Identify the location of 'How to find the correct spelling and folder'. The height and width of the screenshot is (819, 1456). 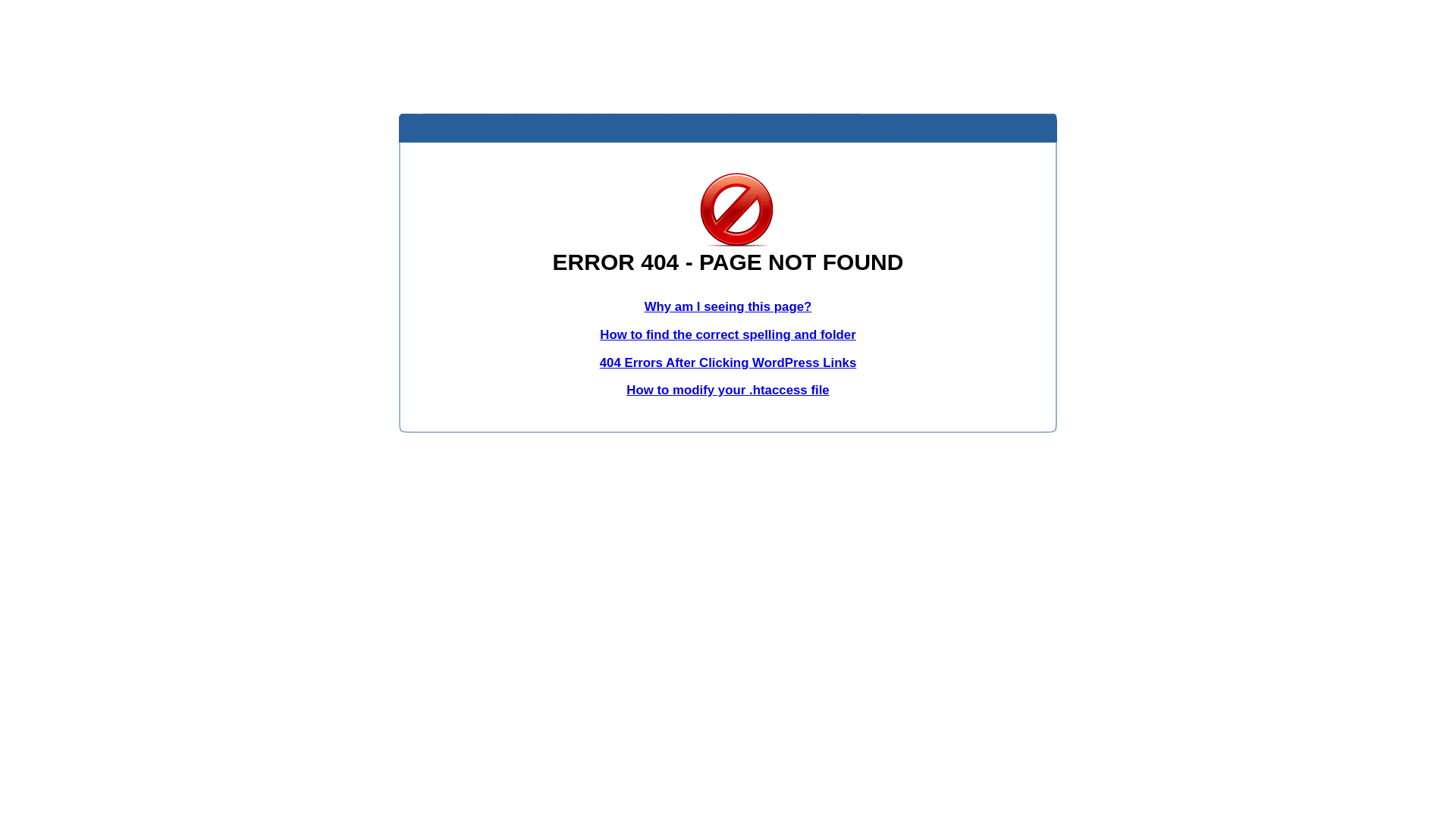
(728, 334).